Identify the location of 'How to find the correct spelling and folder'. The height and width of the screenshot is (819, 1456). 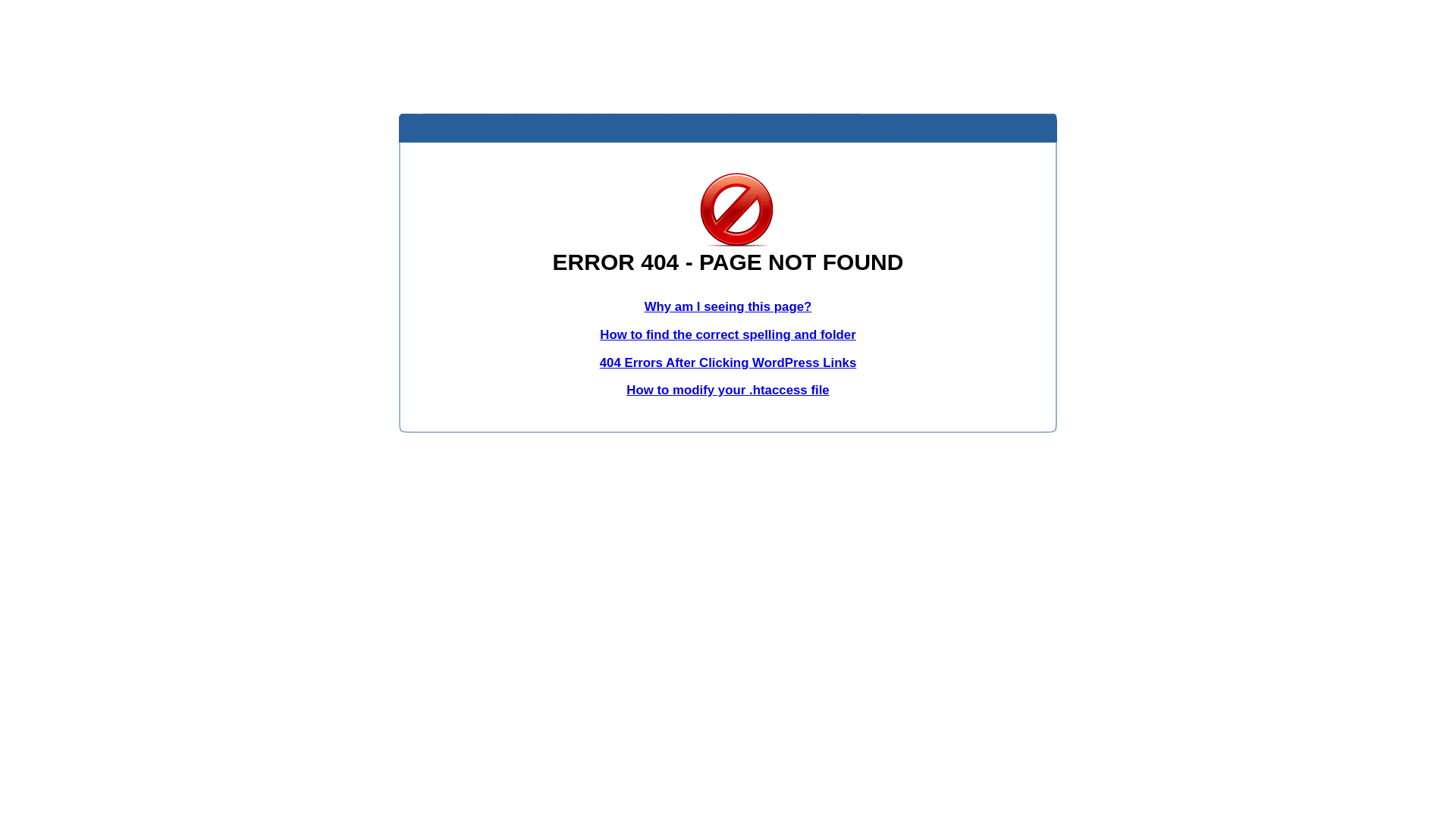
(728, 334).